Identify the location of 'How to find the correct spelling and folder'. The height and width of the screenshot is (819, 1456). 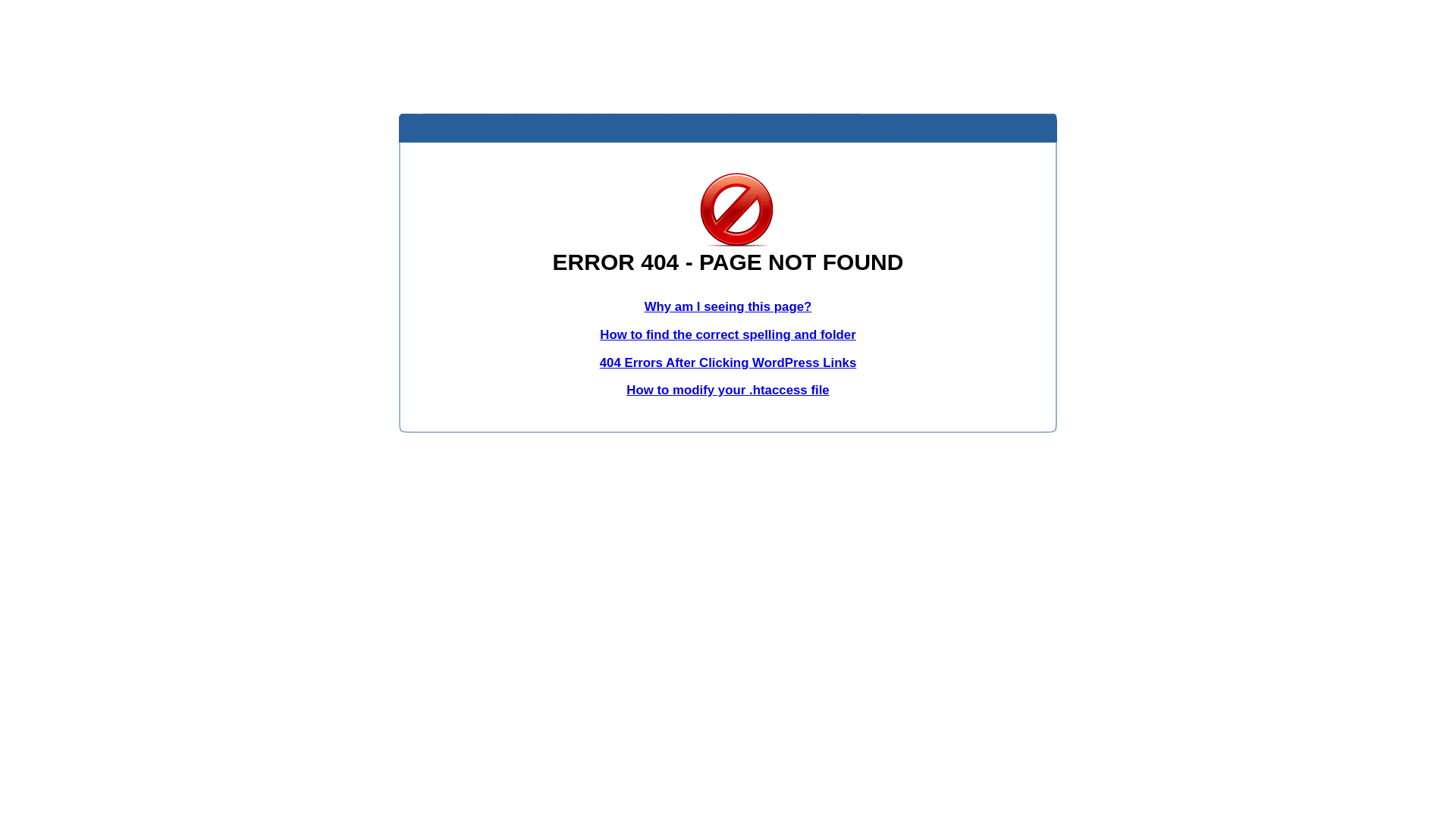
(728, 334).